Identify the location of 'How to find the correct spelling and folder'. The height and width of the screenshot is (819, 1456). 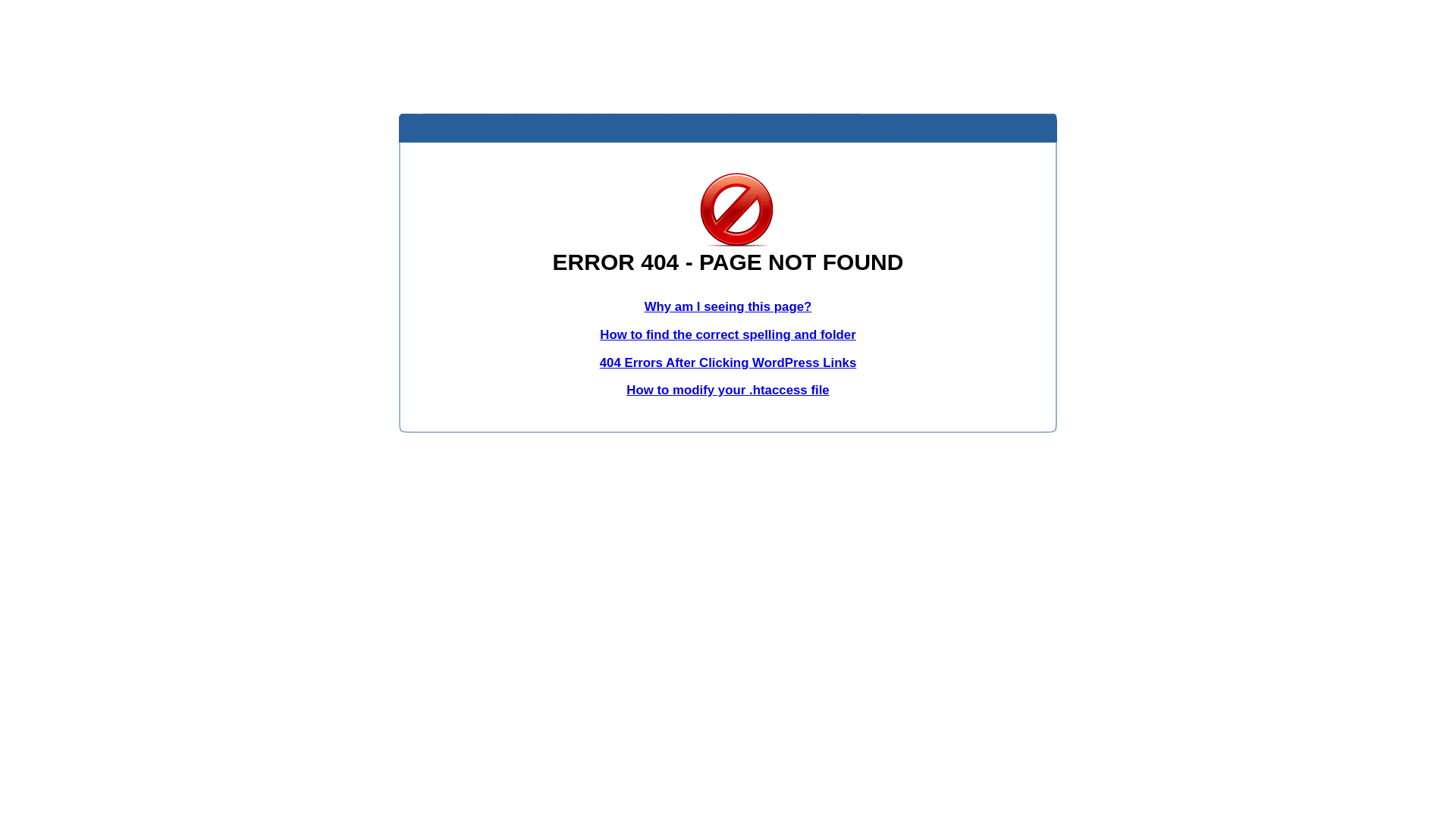
(728, 334).